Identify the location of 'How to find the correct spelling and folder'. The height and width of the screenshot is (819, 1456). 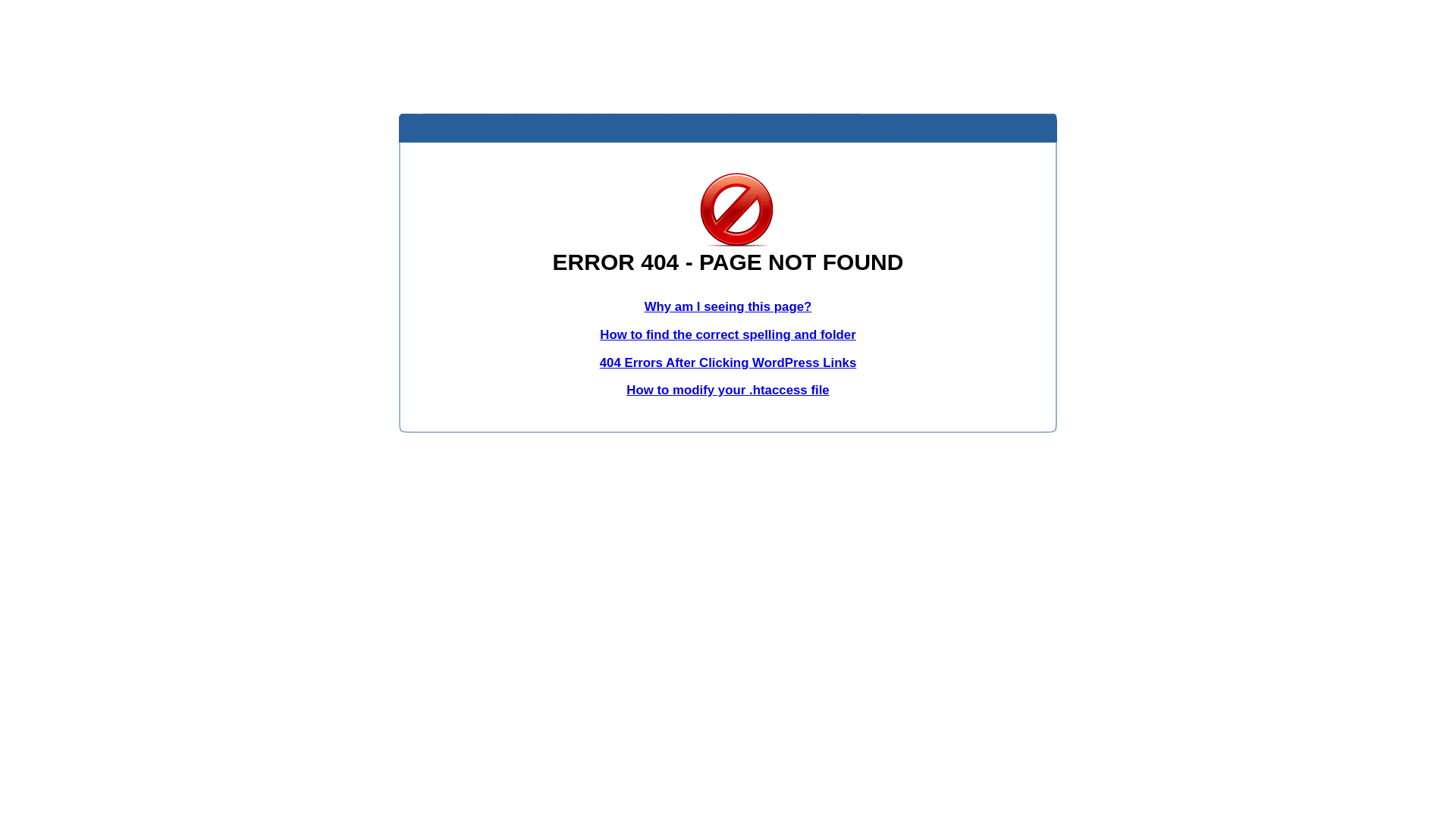
(728, 334).